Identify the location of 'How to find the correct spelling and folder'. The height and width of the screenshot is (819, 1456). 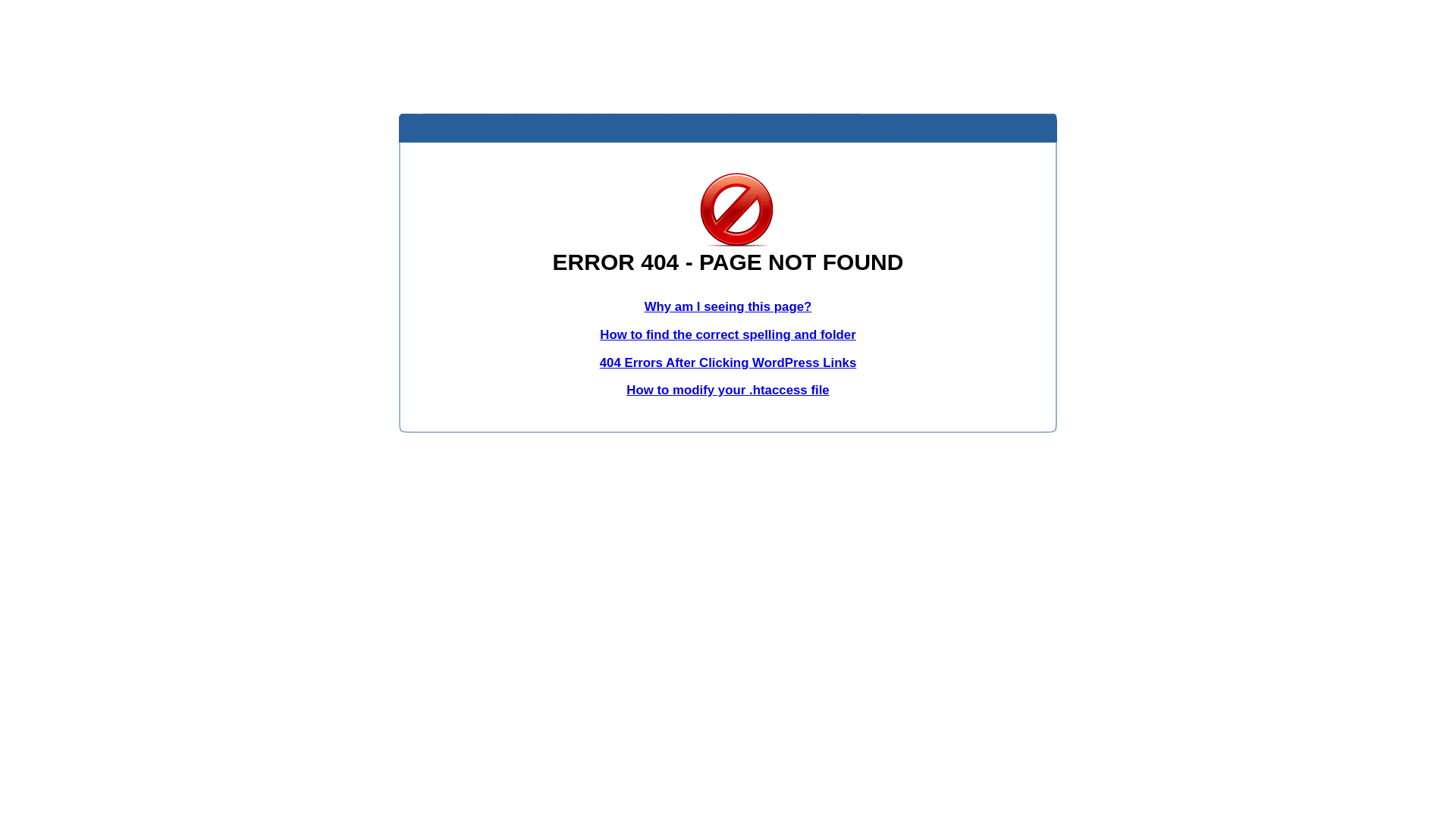
(728, 334).